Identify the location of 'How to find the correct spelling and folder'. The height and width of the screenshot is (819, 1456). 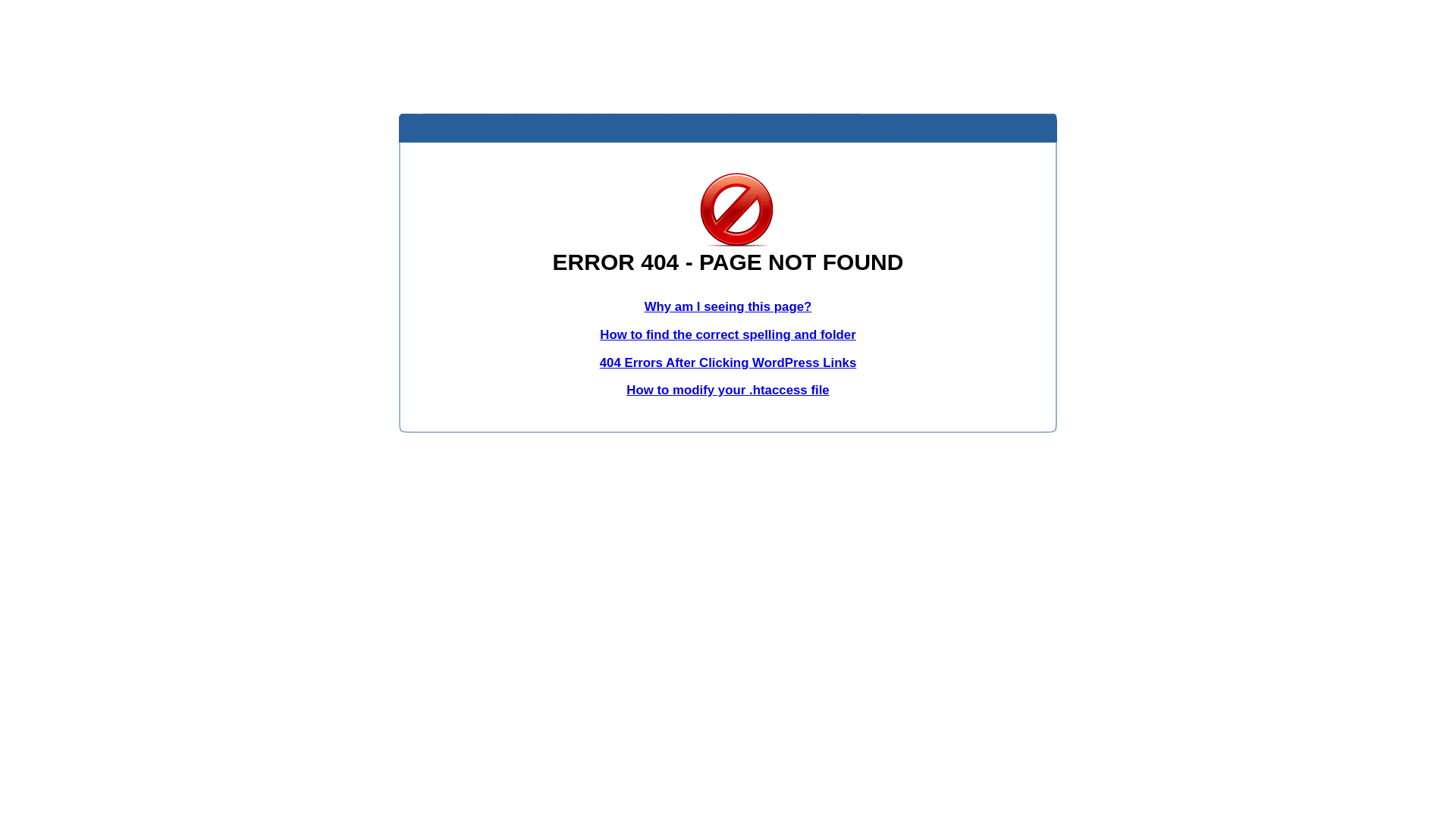
(728, 334).